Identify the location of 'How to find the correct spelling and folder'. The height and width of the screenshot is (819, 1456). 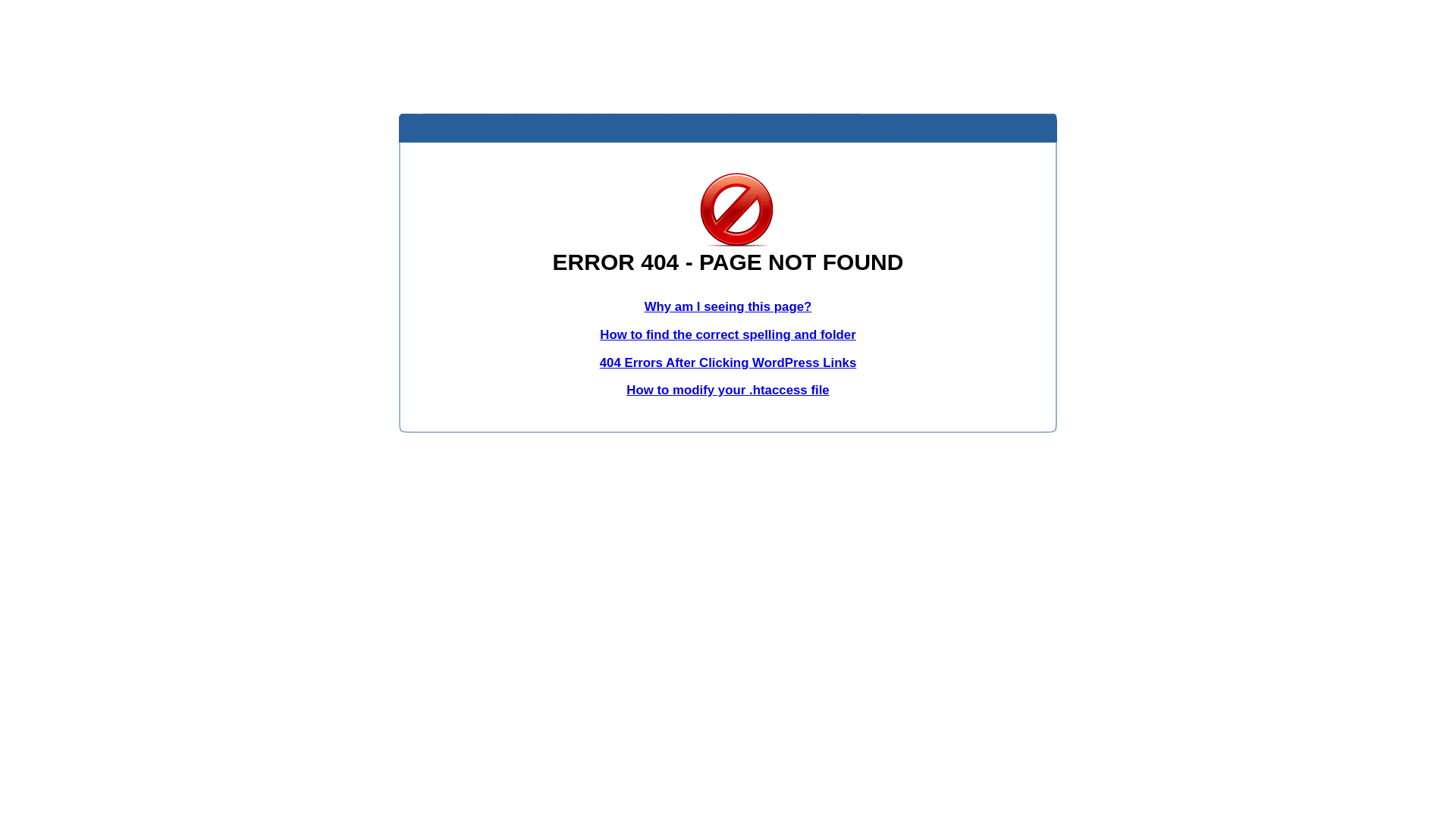
(728, 334).